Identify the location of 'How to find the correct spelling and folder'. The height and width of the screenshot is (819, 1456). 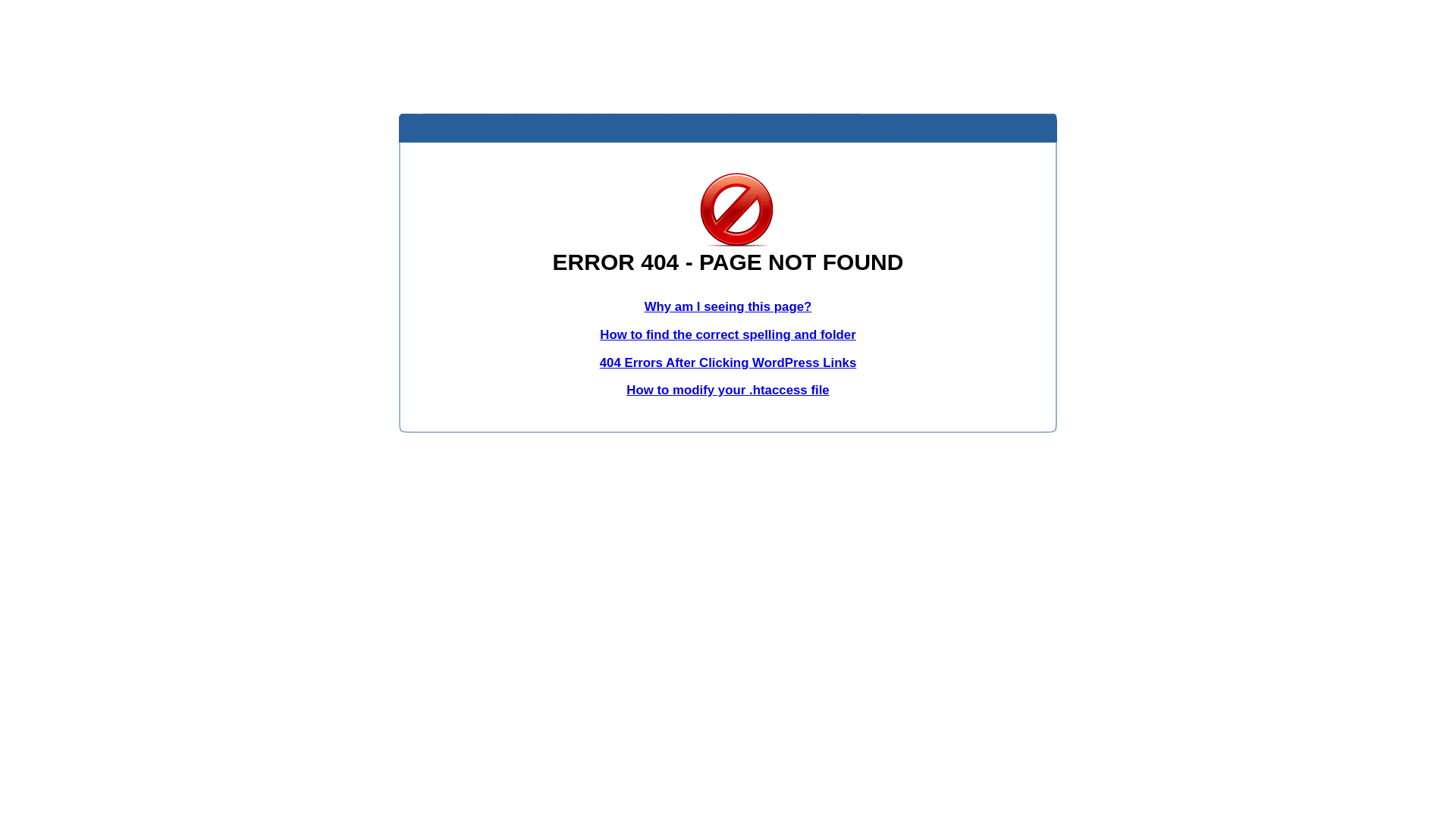
(728, 334).